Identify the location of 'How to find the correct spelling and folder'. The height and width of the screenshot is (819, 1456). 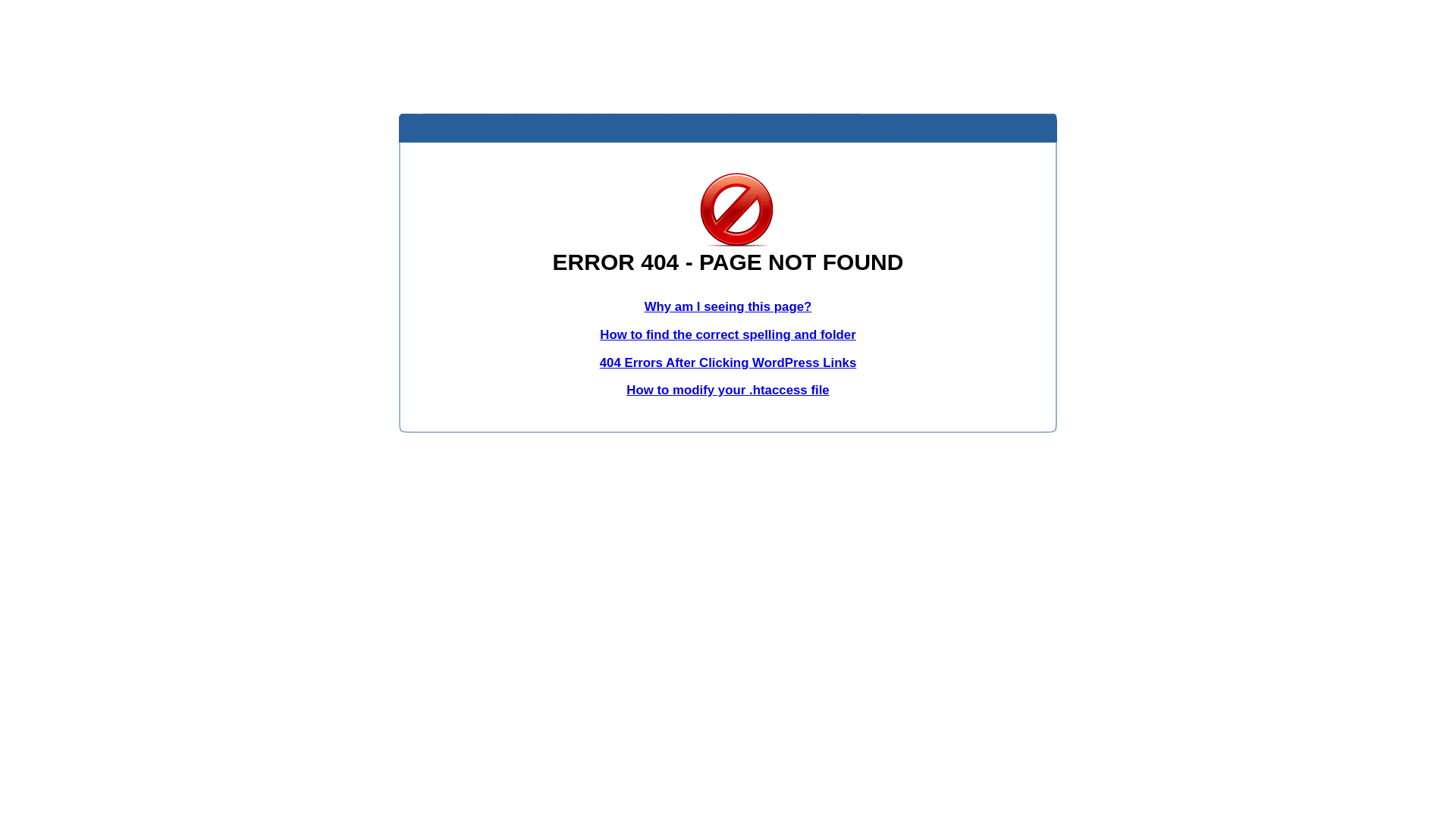
(728, 334).